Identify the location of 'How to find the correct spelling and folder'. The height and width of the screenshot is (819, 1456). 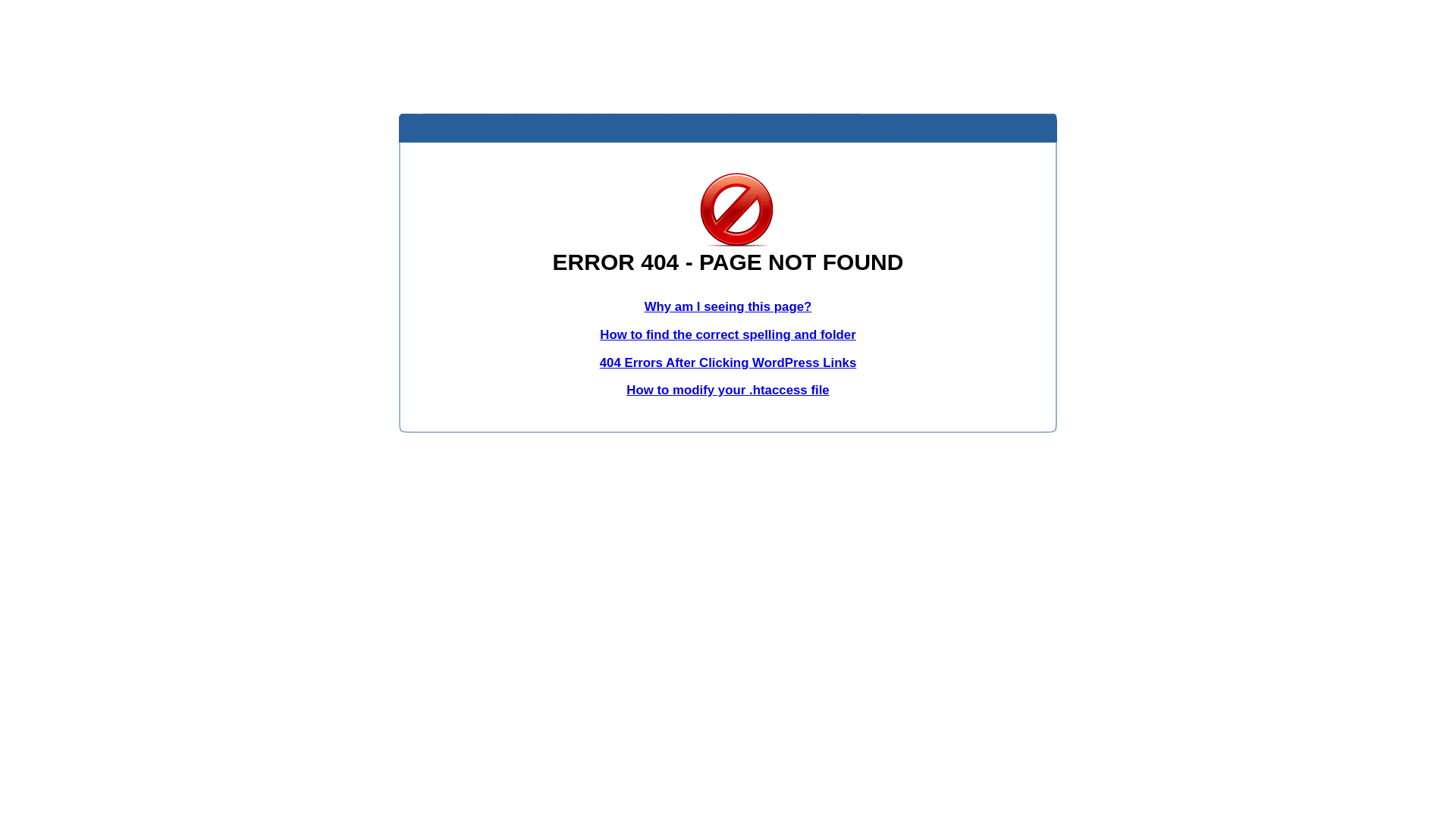
(728, 334).